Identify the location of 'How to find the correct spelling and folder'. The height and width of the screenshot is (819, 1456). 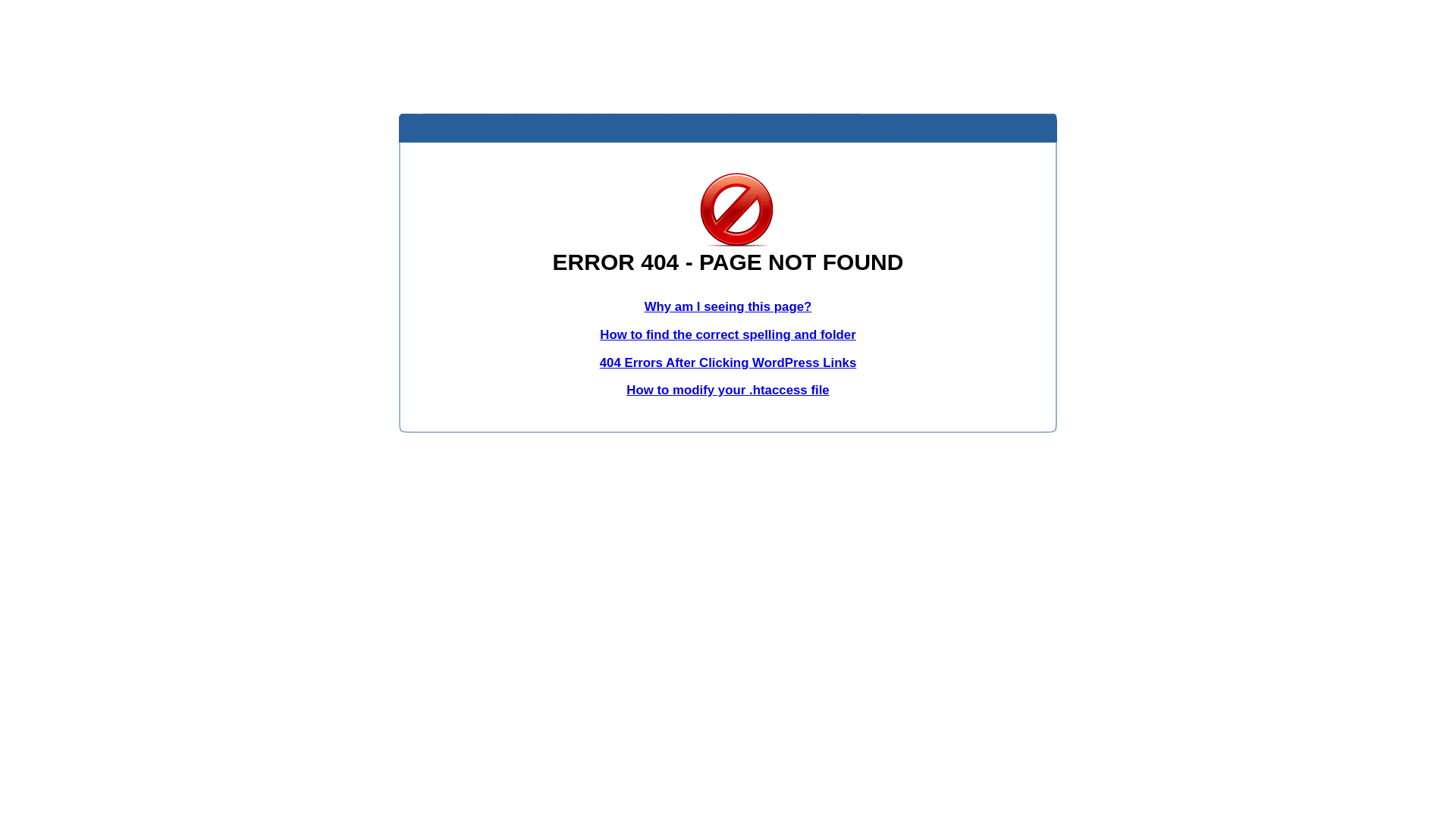
(728, 334).